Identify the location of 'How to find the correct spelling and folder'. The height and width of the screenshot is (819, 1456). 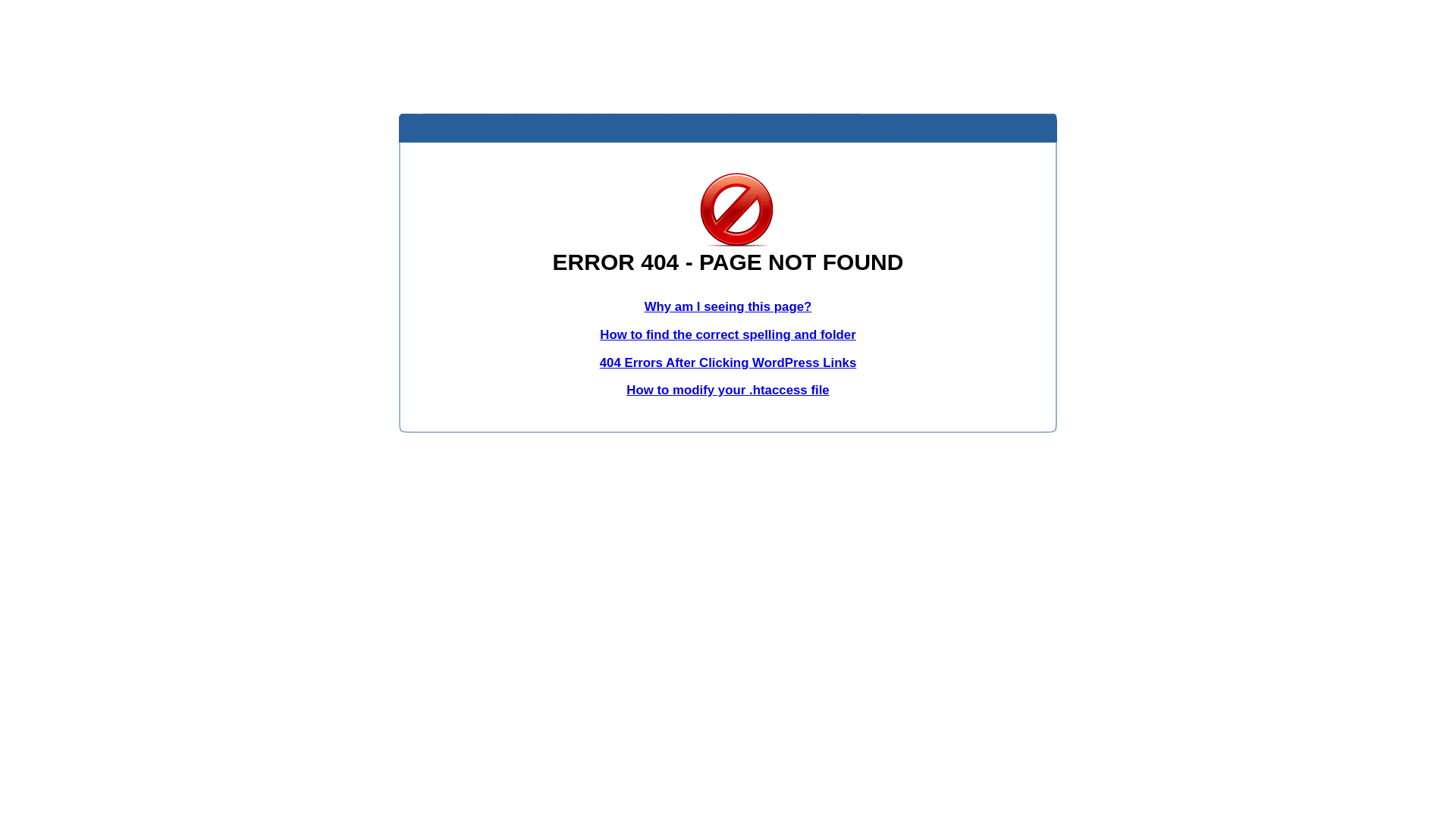
(728, 334).